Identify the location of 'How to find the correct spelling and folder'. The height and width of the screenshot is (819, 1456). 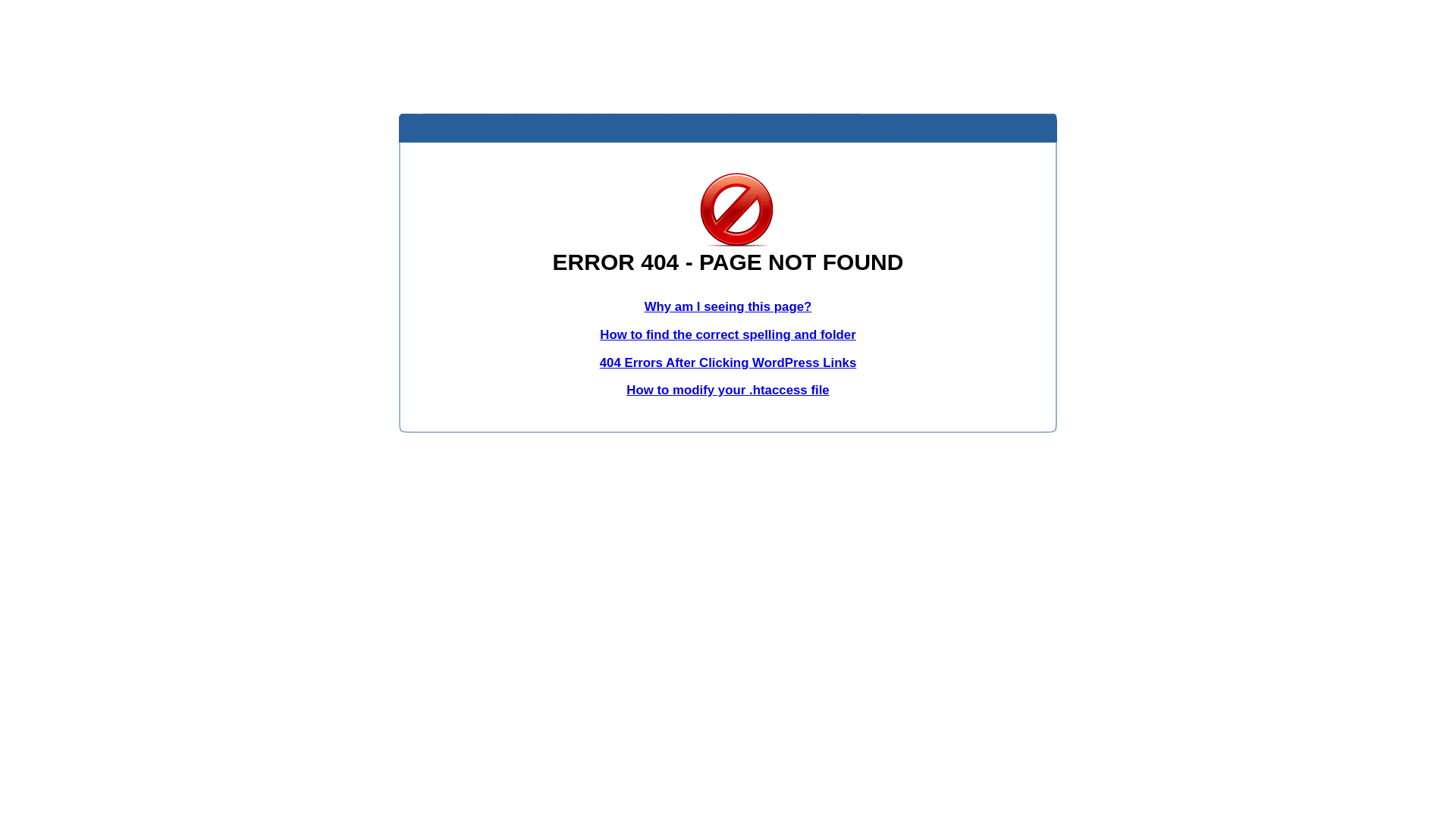
(728, 334).